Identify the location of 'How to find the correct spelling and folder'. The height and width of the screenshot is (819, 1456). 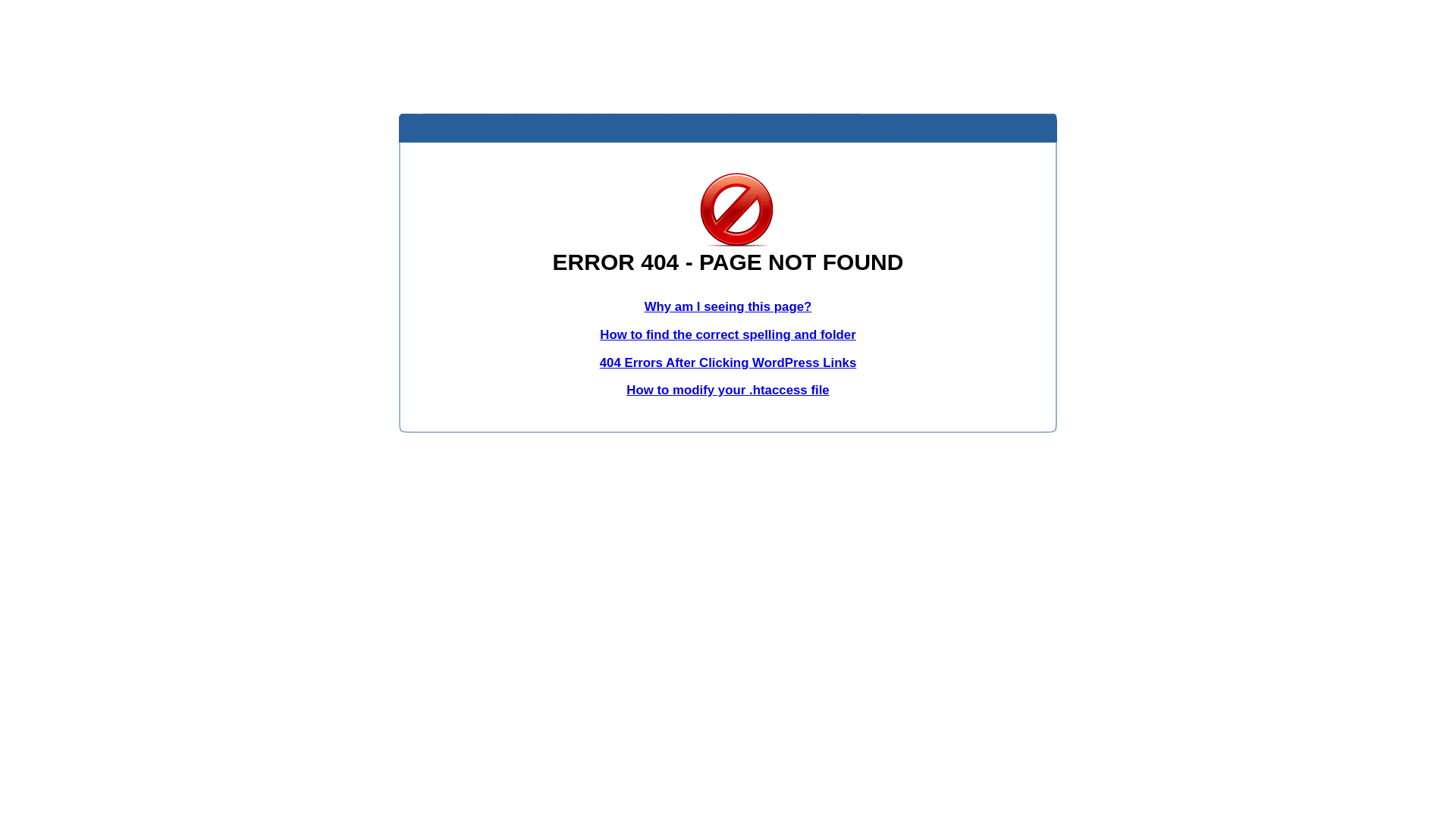
(728, 334).